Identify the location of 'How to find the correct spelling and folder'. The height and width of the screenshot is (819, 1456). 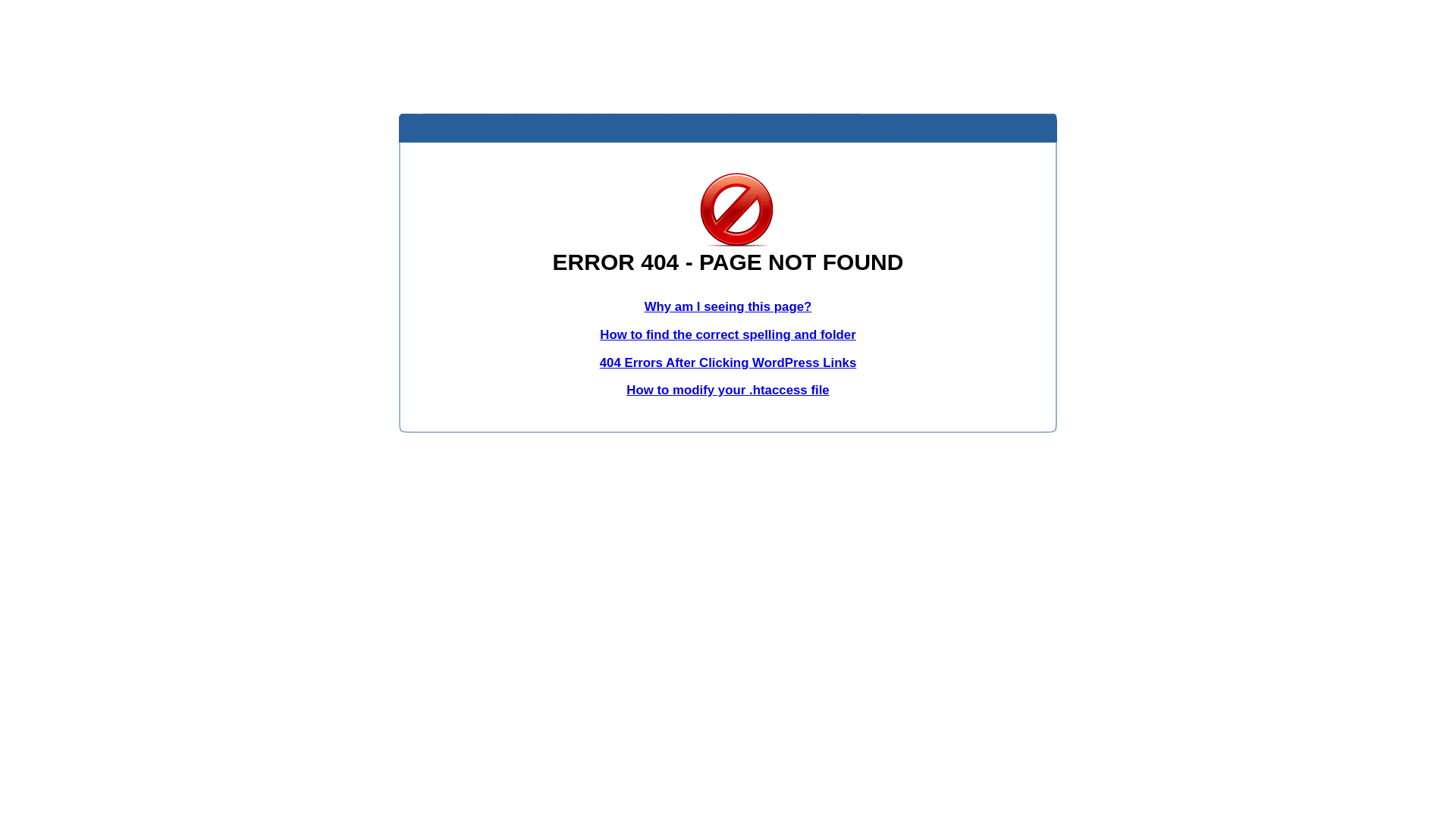
(728, 334).